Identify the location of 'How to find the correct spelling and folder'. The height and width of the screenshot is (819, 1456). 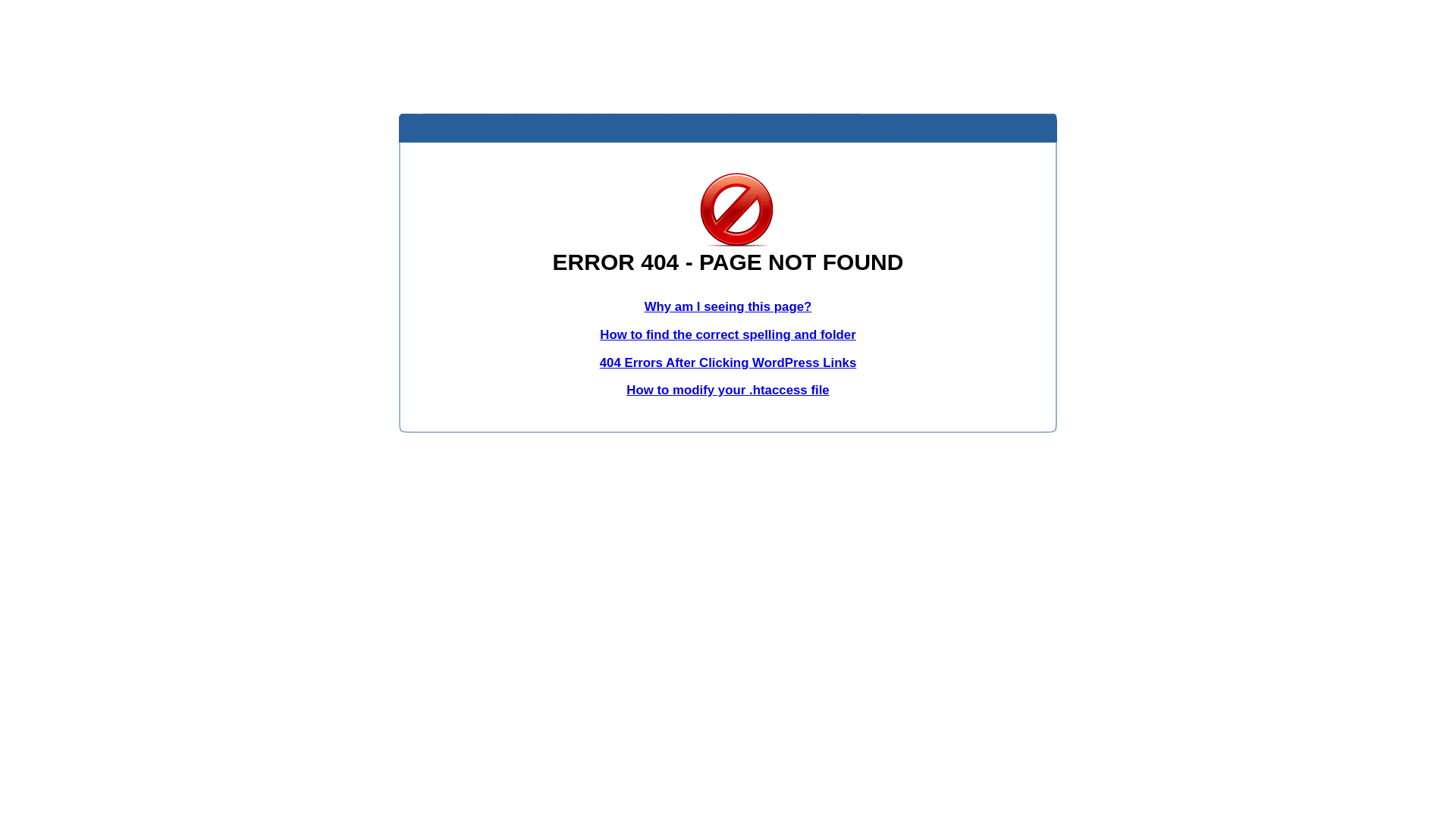
(728, 334).